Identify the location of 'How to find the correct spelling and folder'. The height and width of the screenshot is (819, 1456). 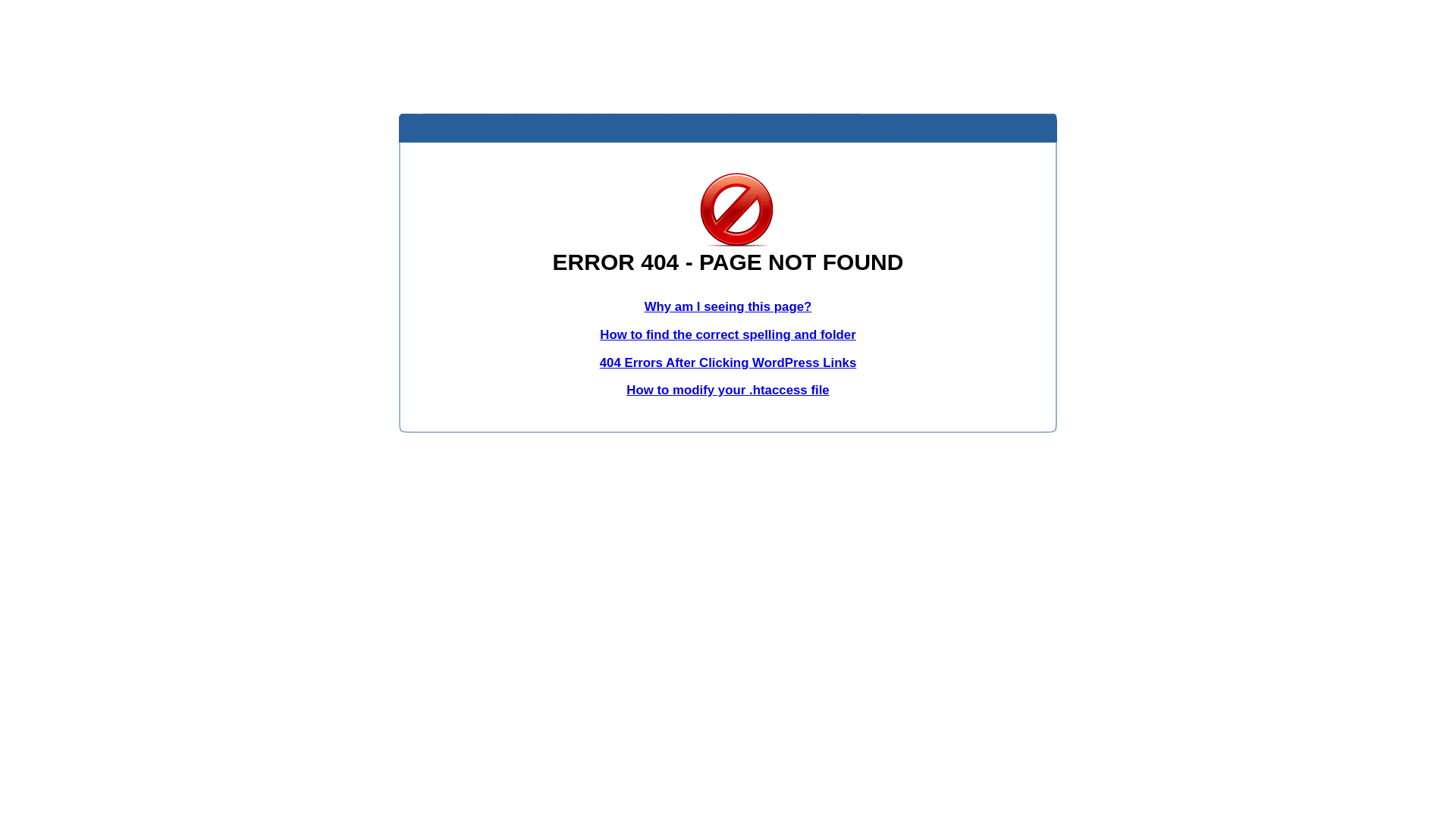
(728, 334).